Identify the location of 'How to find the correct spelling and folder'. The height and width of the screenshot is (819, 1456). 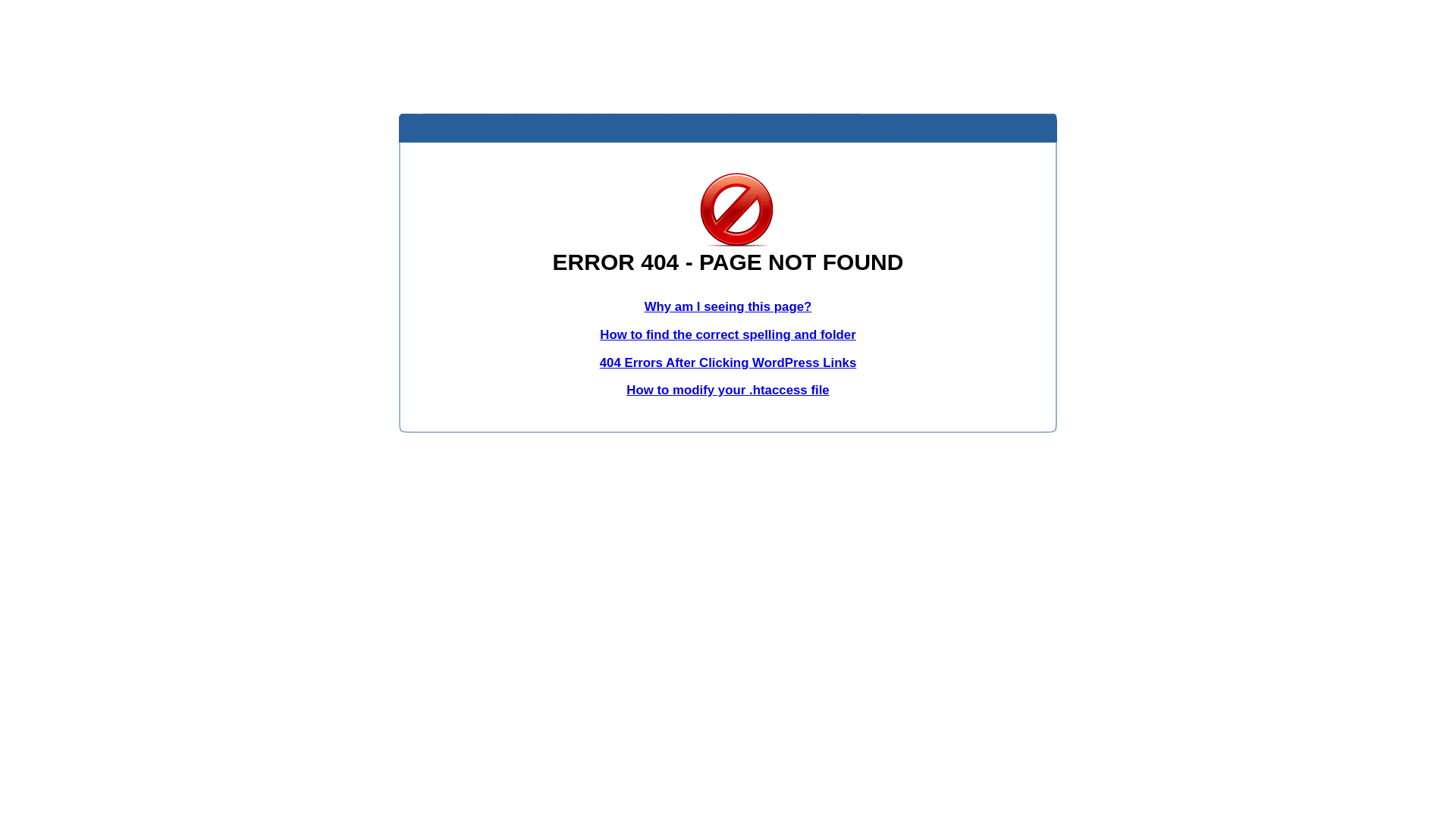
(728, 334).